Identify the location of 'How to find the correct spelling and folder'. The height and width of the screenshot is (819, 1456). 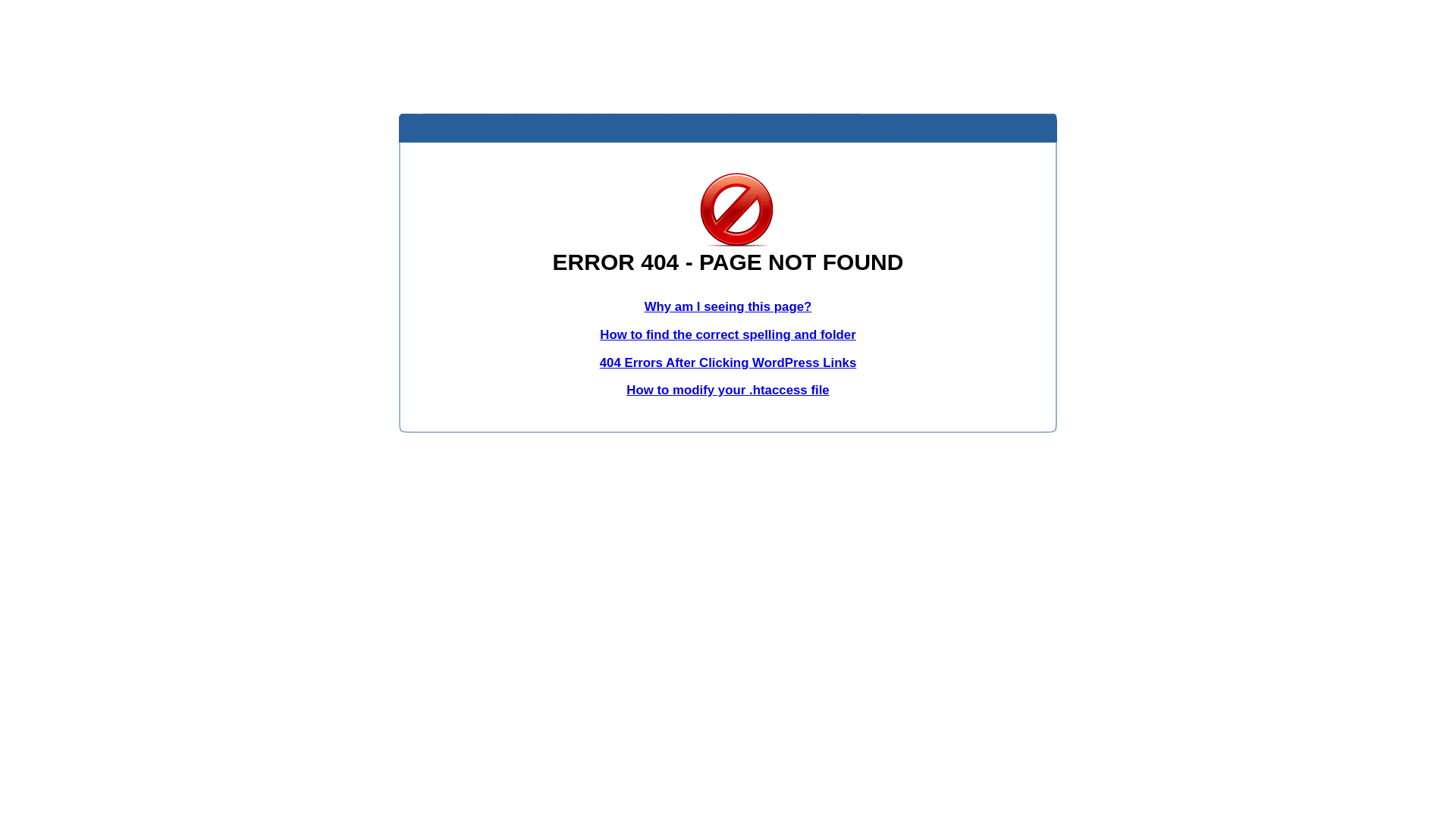
(728, 334).